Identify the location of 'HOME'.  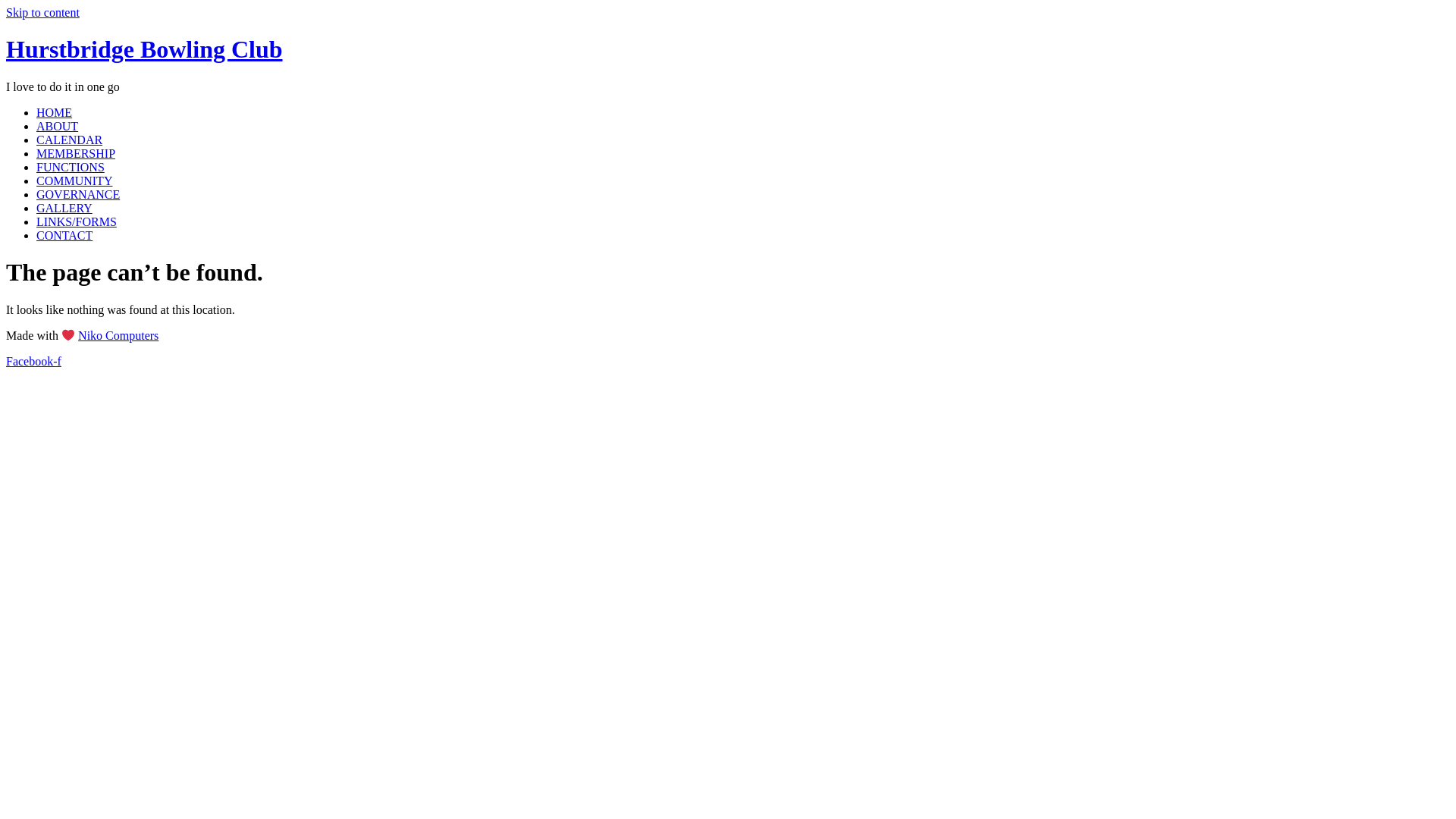
(54, 111).